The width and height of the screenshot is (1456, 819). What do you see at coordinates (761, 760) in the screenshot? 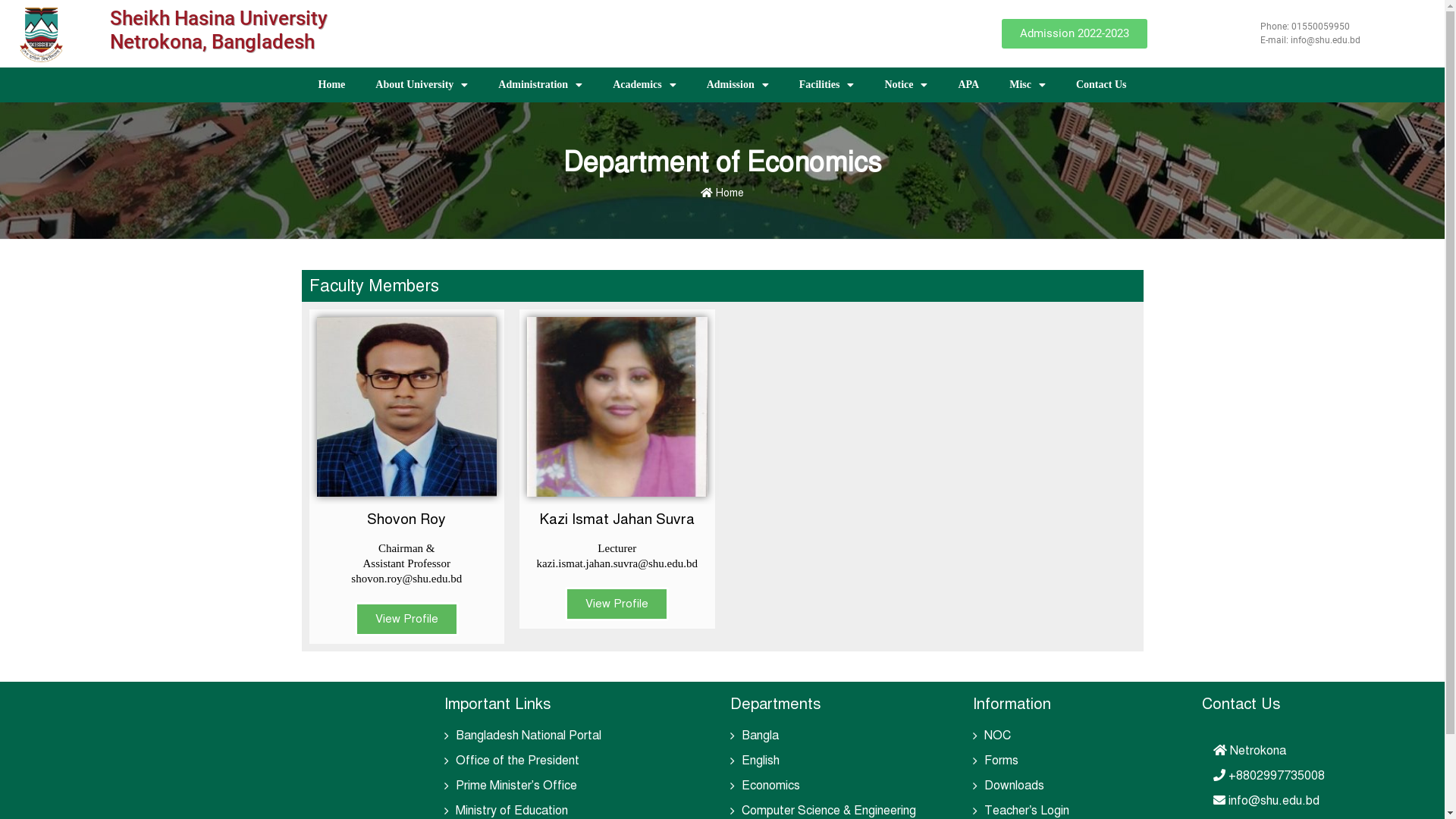
I see `'English'` at bounding box center [761, 760].